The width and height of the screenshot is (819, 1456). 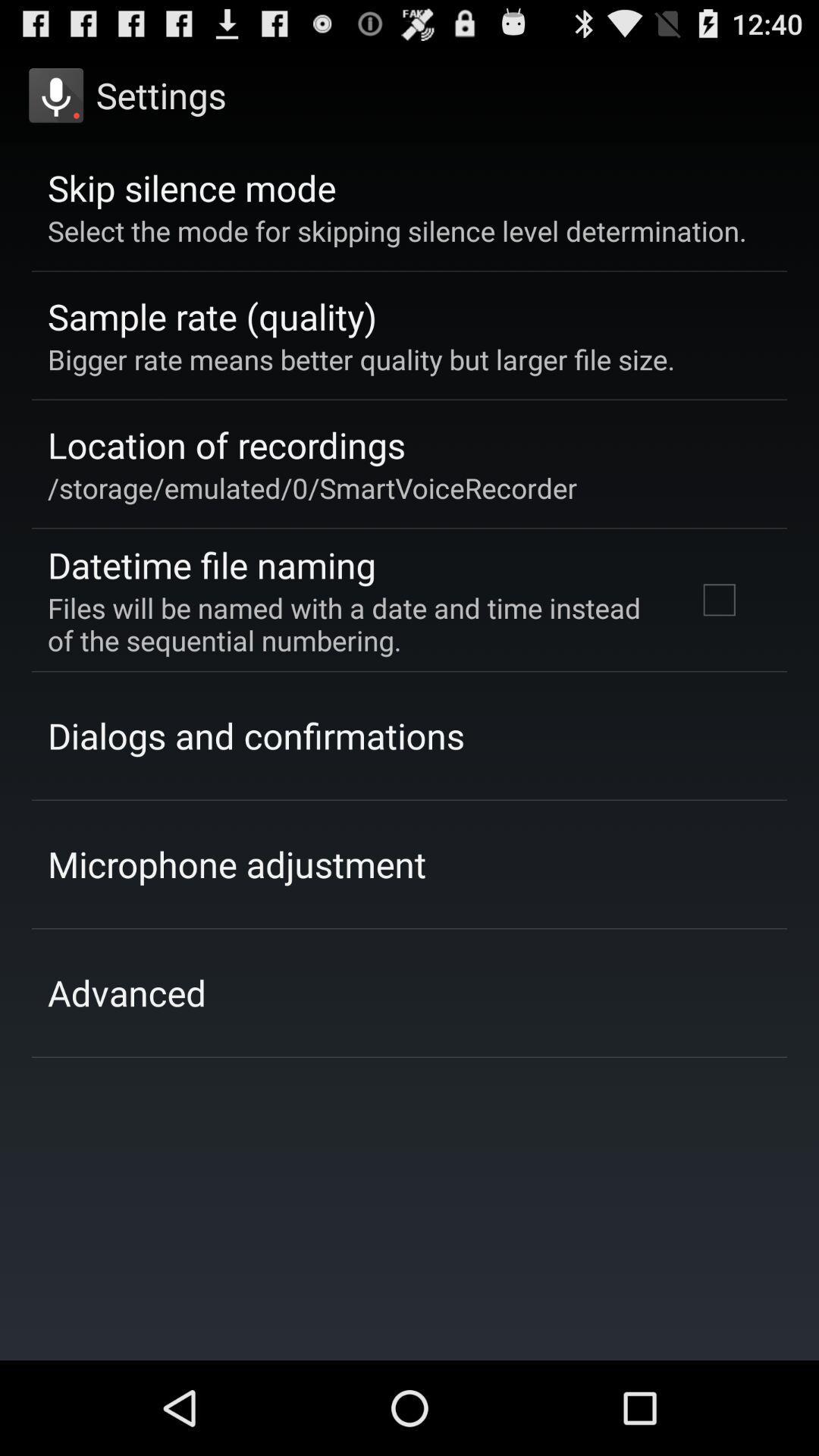 I want to click on the app above the datetime file naming app, so click(x=312, y=488).